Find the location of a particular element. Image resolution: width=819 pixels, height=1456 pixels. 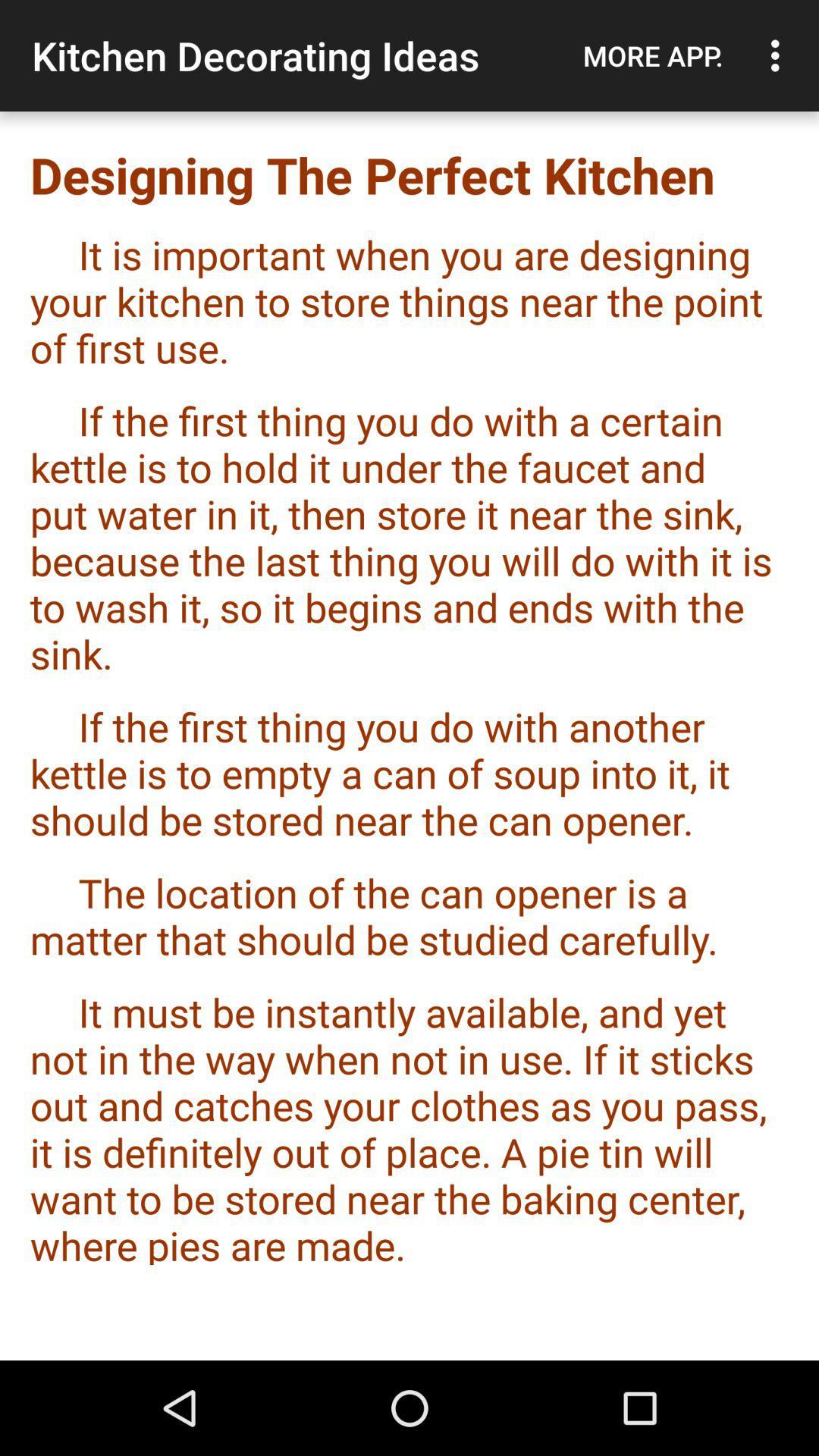

icon next to kitchen decorating ideas icon is located at coordinates (652, 55).